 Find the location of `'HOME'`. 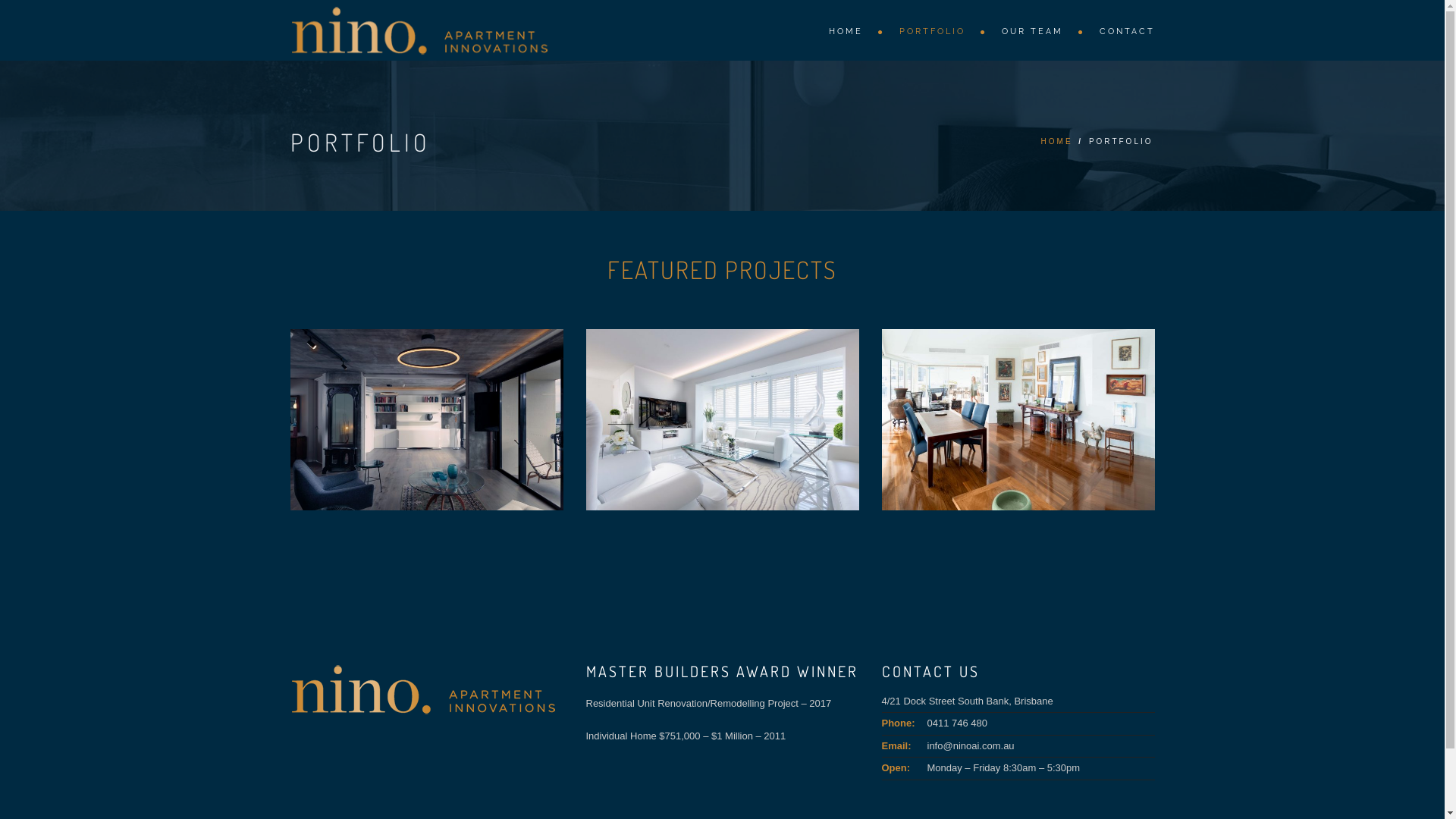

'HOME' is located at coordinates (1056, 141).